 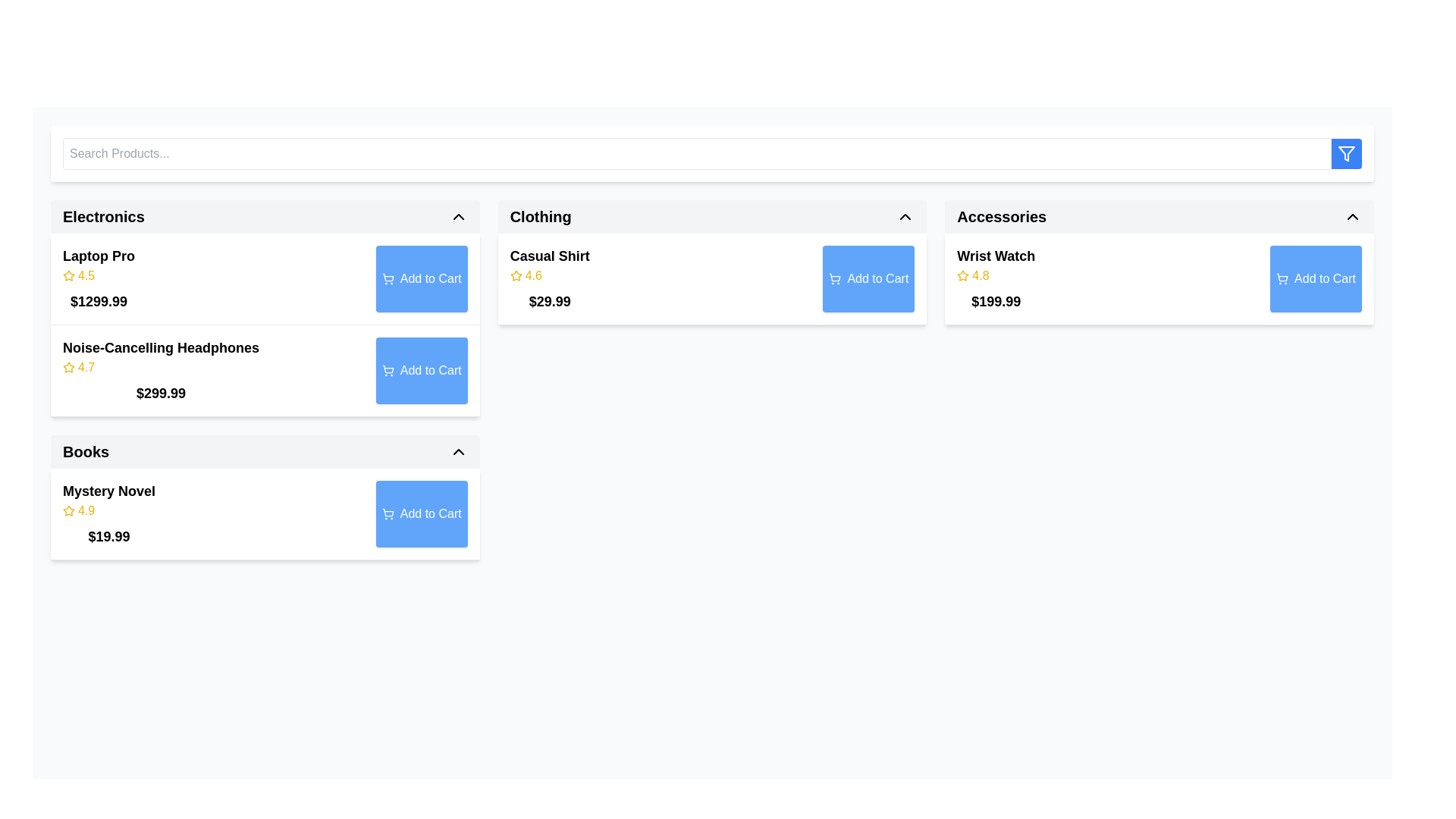 I want to click on the price text '$199.99' displayed in bold below 'Wrist Watch' and the rating '4.8' in the 'Accessories' section, so click(x=996, y=301).